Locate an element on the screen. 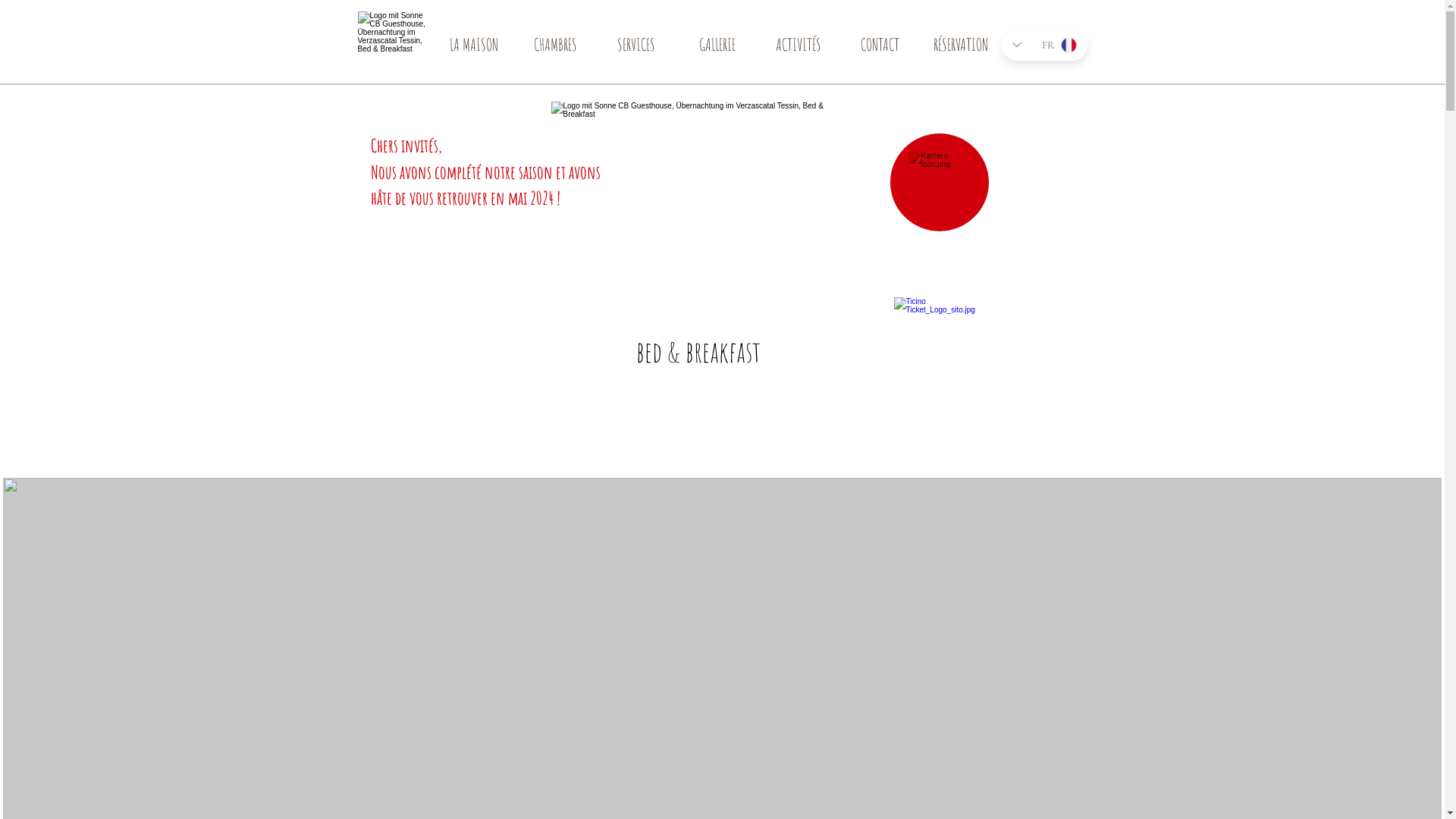 This screenshot has width=1456, height=819. 'SERVICES' is located at coordinates (636, 49).